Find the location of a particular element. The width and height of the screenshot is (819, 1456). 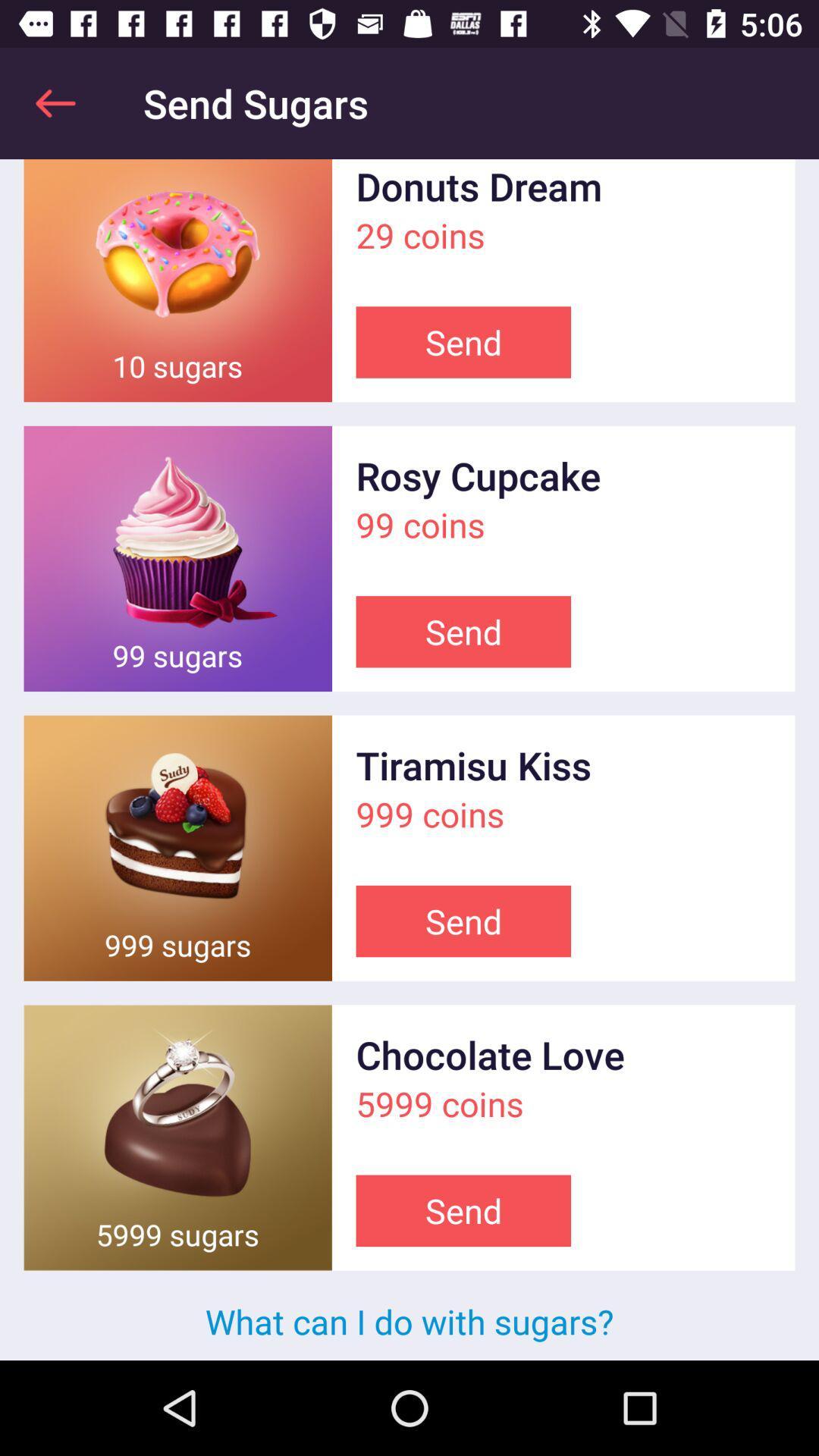

opens a page with more information on the image is located at coordinates (177, 847).